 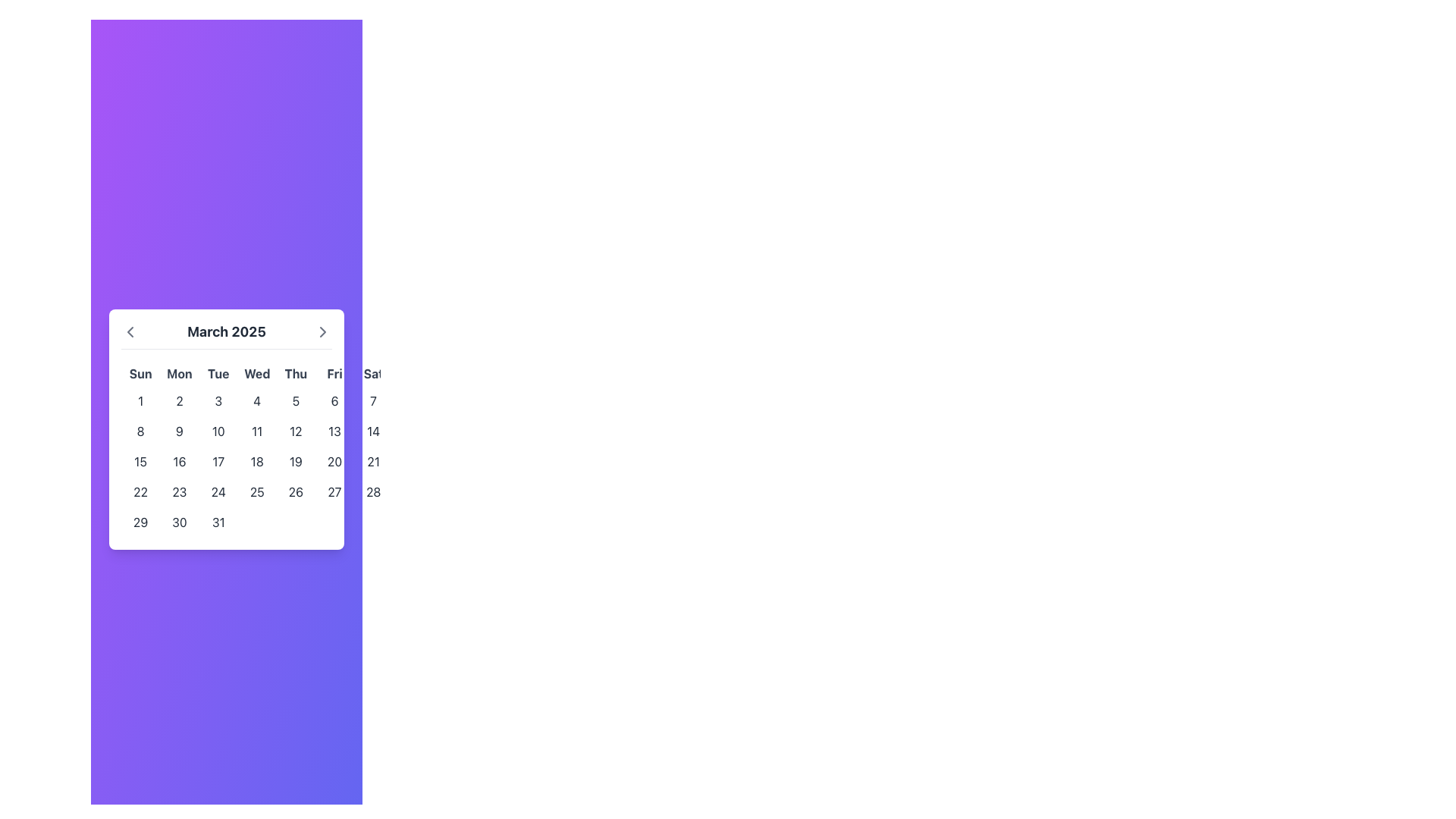 I want to click on the static text element representing the date '21' in the calendar grid, so click(x=373, y=460).